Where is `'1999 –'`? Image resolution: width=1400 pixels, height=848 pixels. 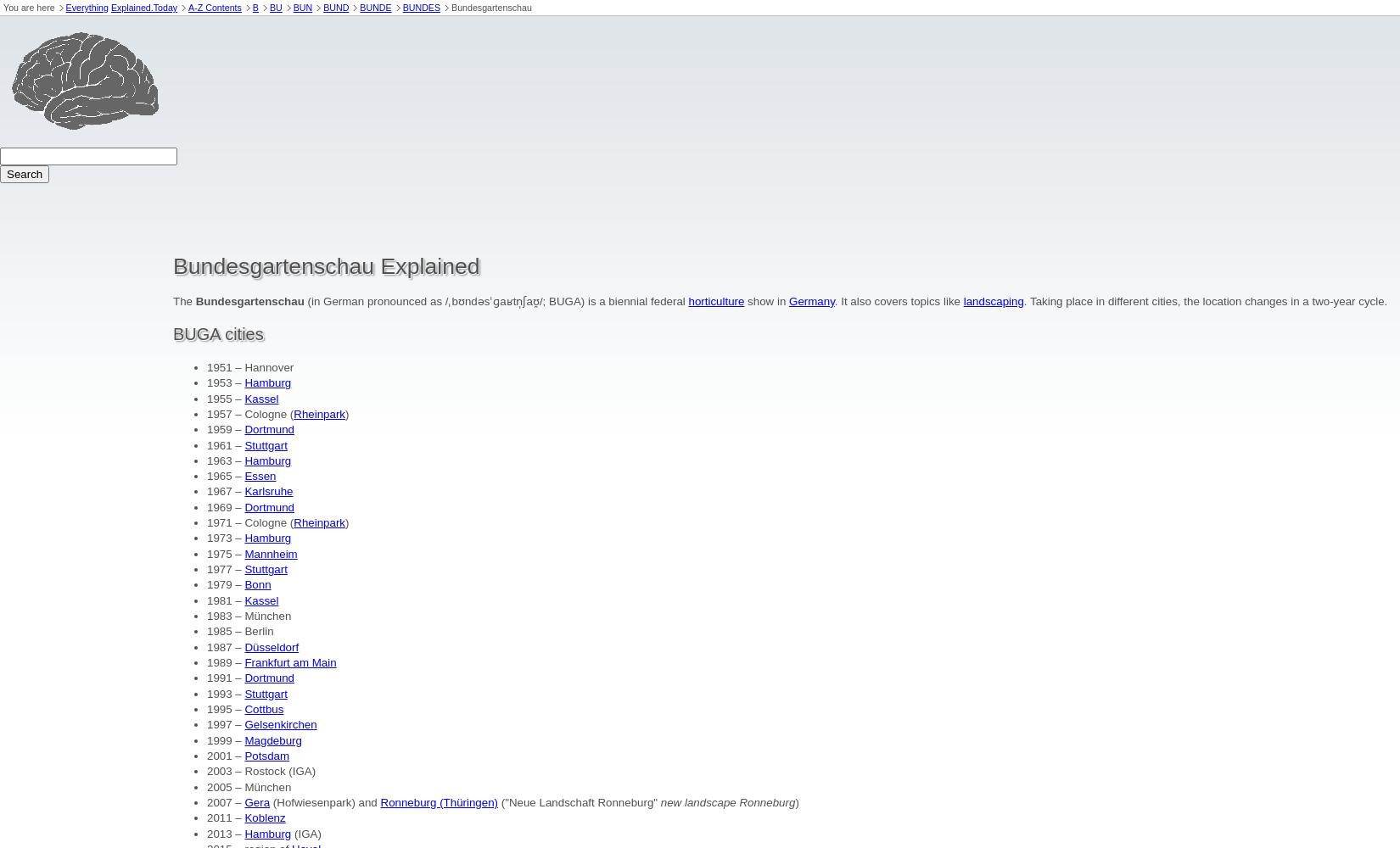 '1999 –' is located at coordinates (225, 739).